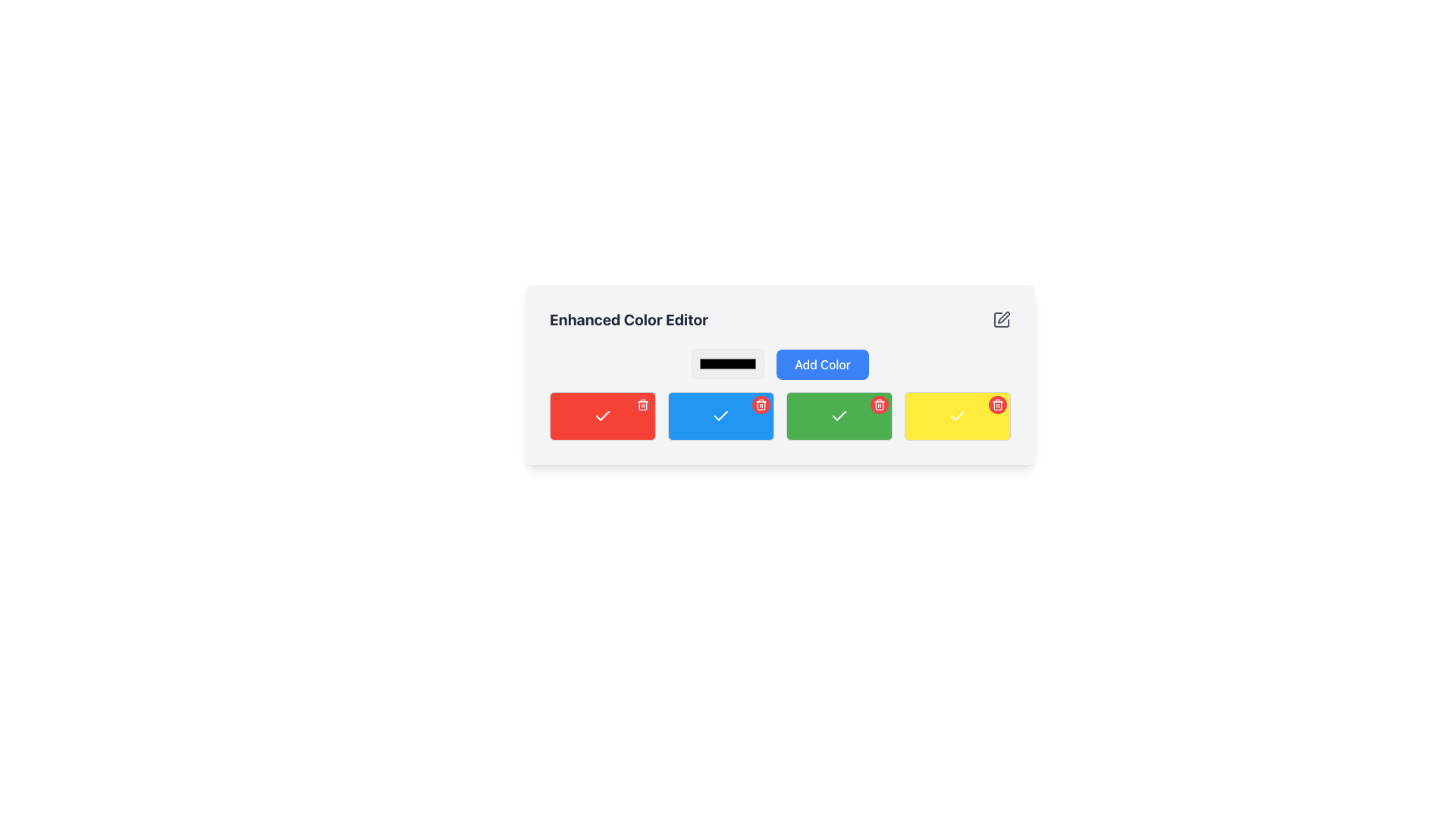  Describe the element at coordinates (720, 415) in the screenshot. I see `the blue button containing the checkmark-shaped icon, which is located in the second position of a row of four color-coded buttons` at that location.